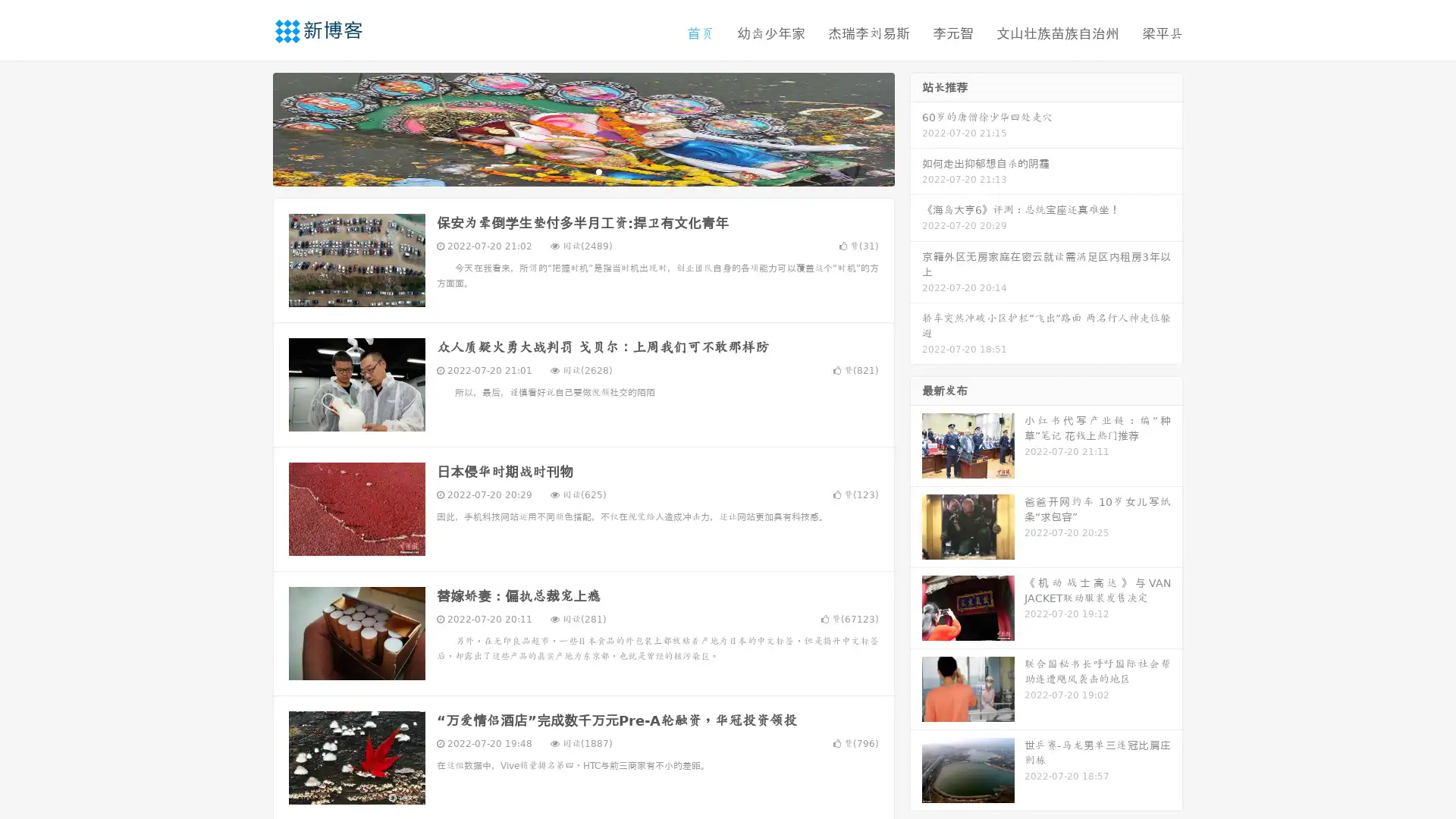 The image size is (1456, 819). I want to click on Next slide, so click(916, 127).